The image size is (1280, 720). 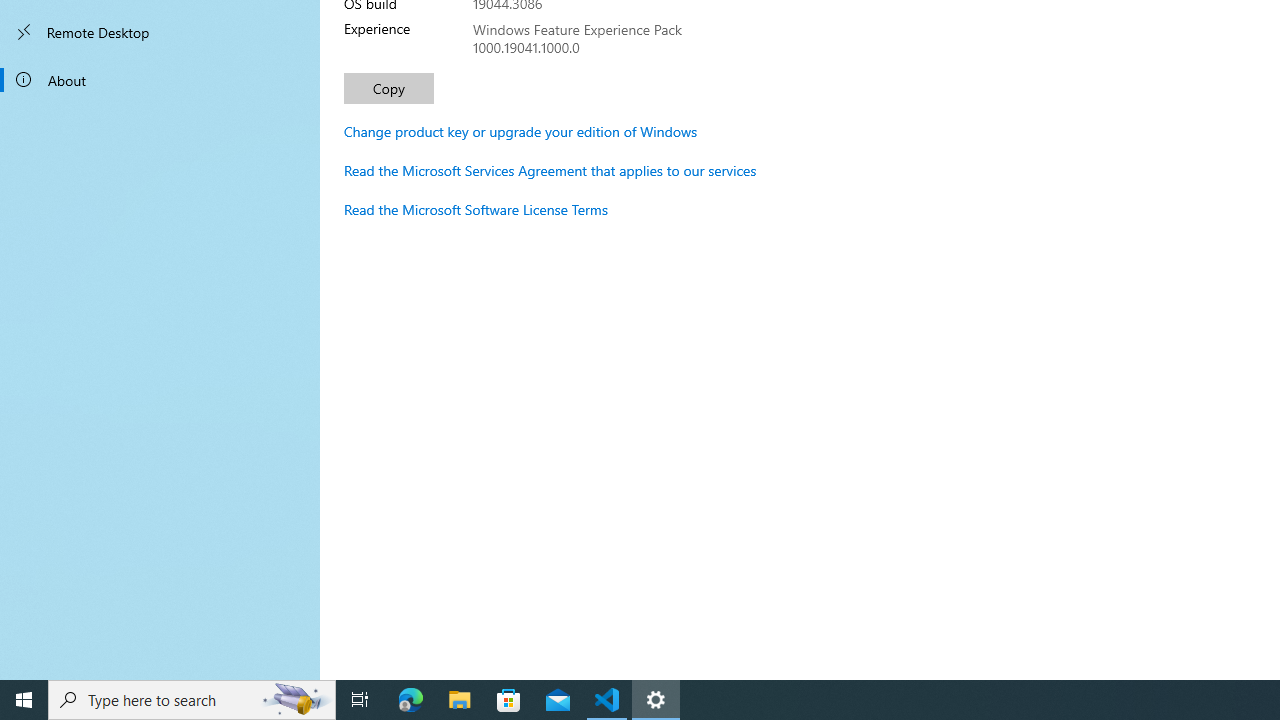 I want to click on 'About', so click(x=160, y=78).